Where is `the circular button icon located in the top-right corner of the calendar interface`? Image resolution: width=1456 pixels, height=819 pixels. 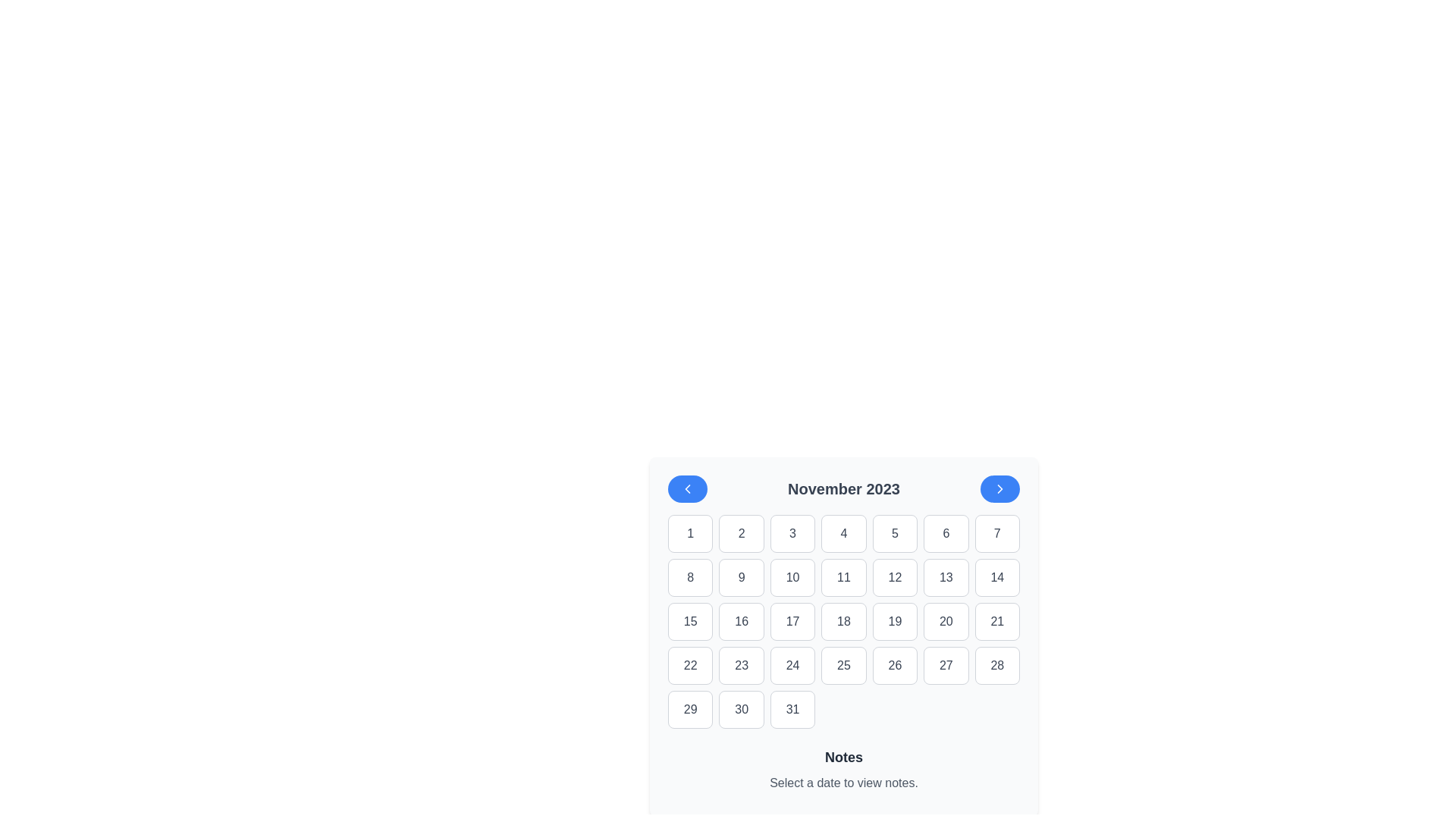 the circular button icon located in the top-right corner of the calendar interface is located at coordinates (1000, 488).